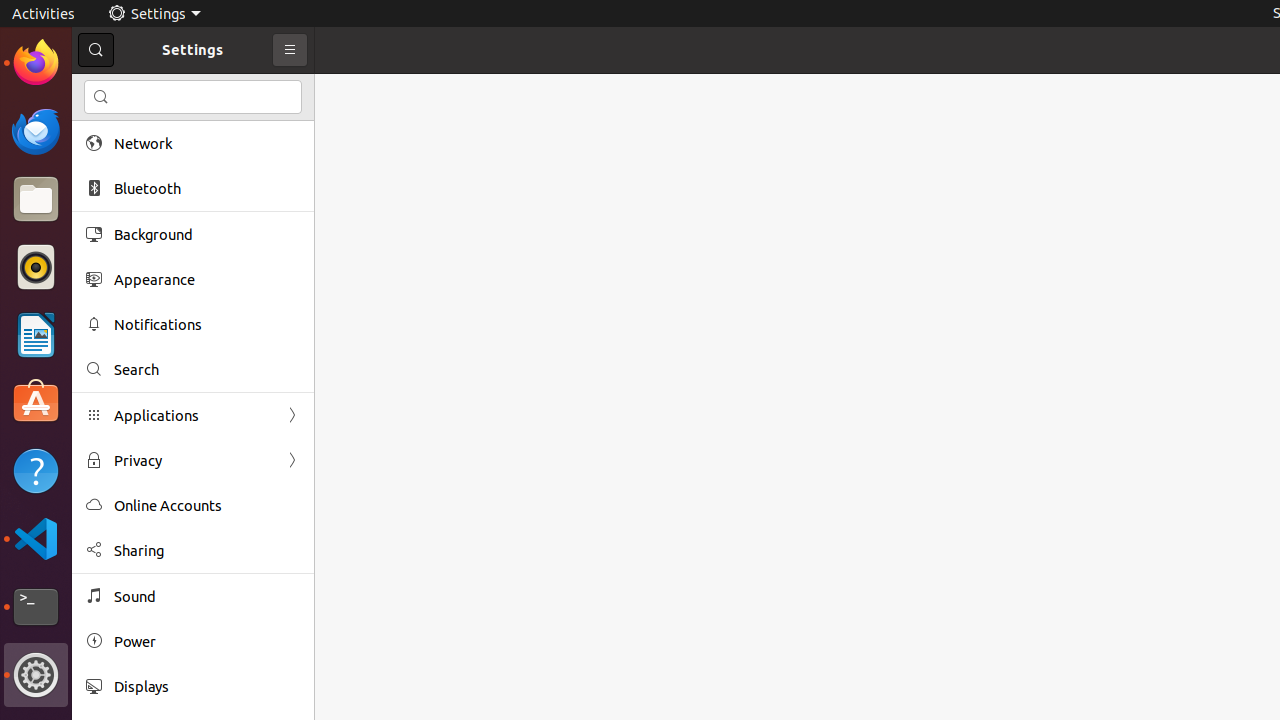 The image size is (1280, 720). What do you see at coordinates (206, 279) in the screenshot?
I see `'Appearance'` at bounding box center [206, 279].